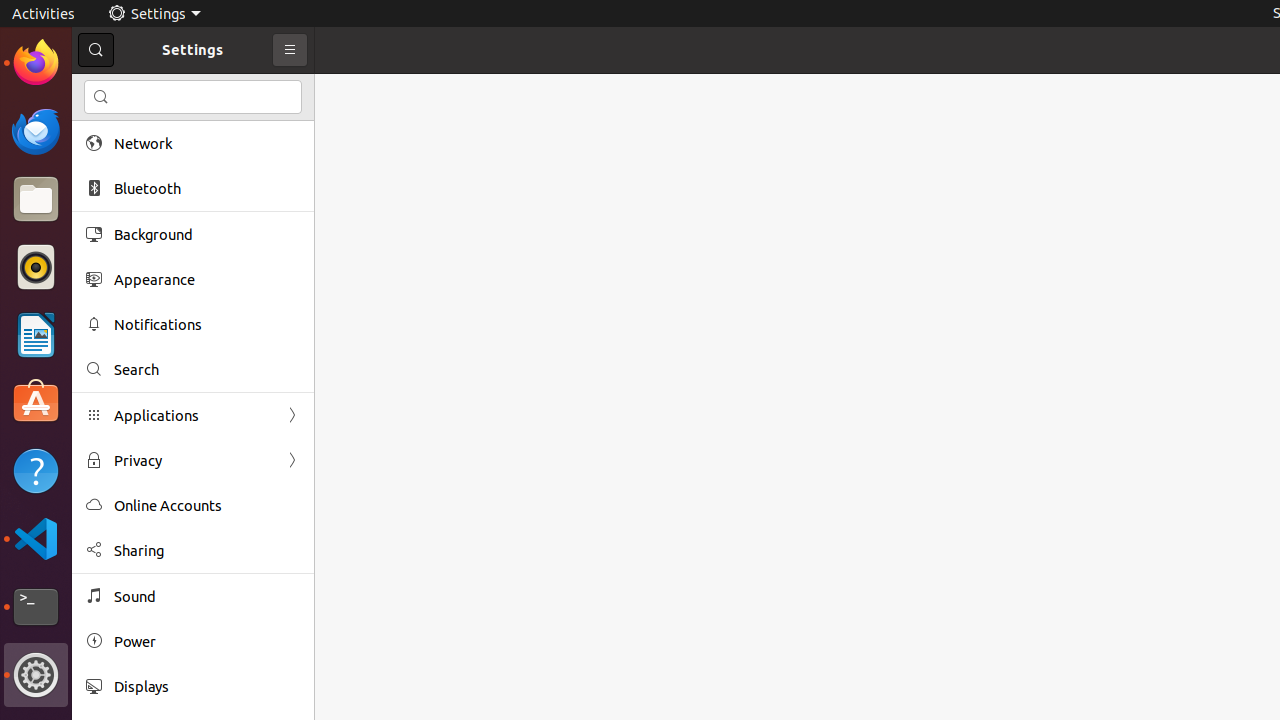 The image size is (1280, 720). What do you see at coordinates (206, 279) in the screenshot?
I see `'Appearance'` at bounding box center [206, 279].